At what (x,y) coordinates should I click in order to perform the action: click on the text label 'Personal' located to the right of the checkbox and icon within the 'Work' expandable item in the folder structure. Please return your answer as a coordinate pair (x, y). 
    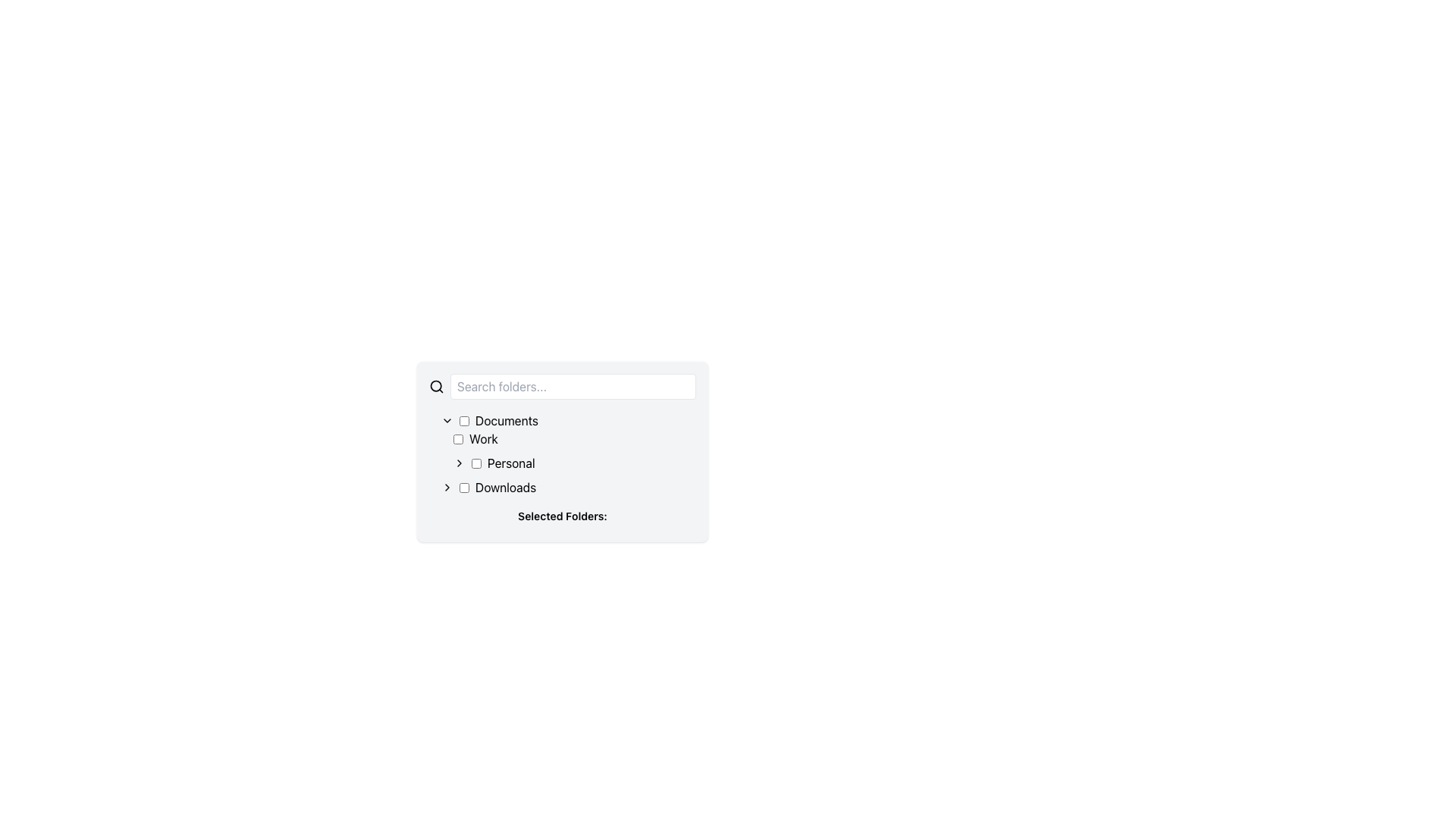
    Looking at the image, I should click on (510, 462).